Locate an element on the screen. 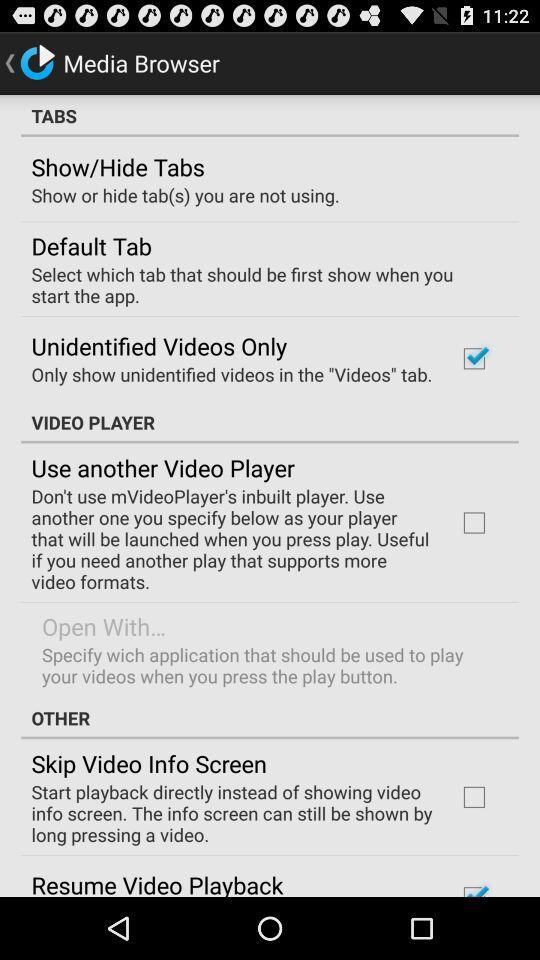 The image size is (540, 960). the specify wich application app is located at coordinates (268, 665).